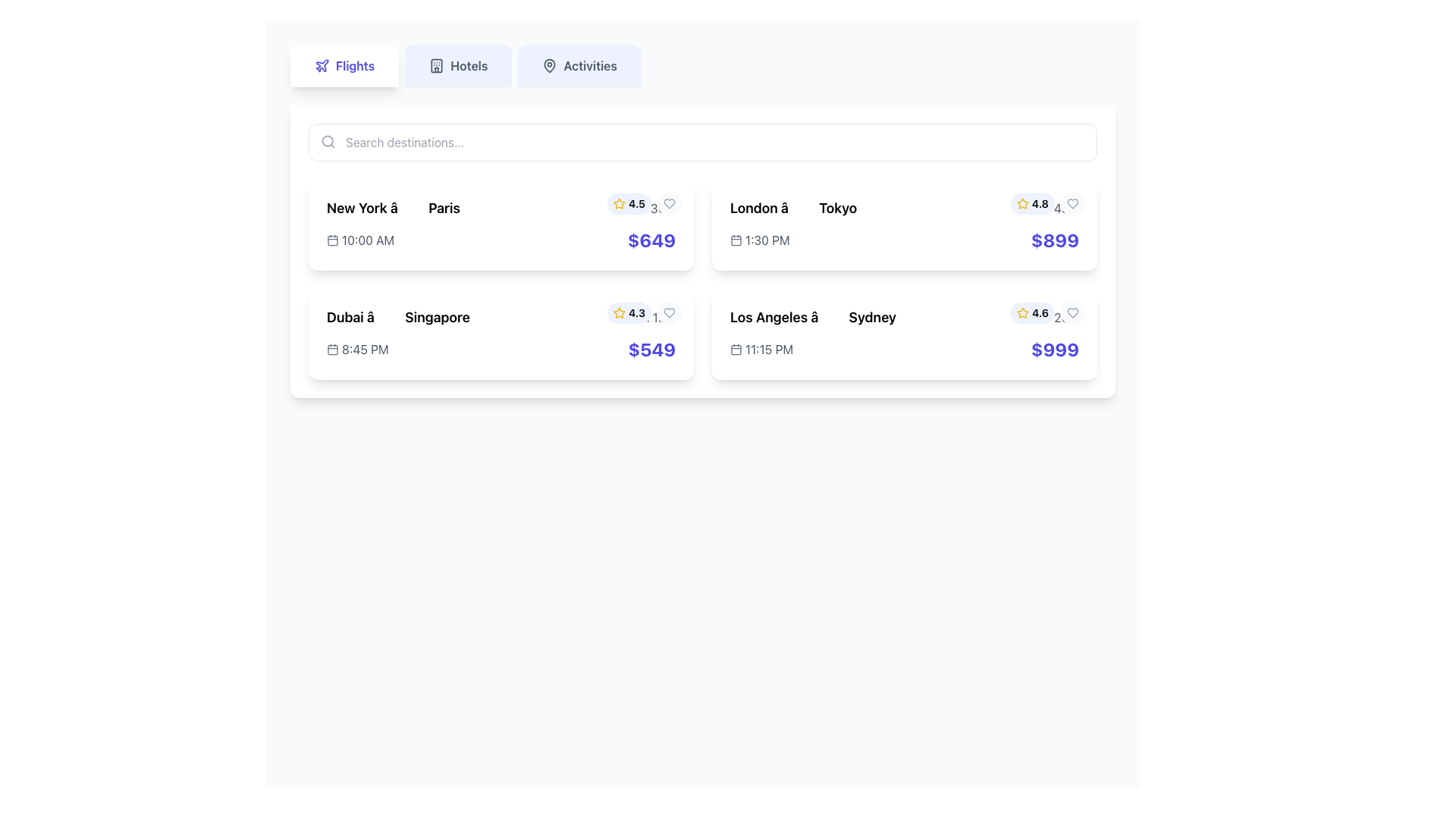  Describe the element at coordinates (1031, 203) in the screenshot. I see `rating displayed on the small circular badge with a light indigo background featuring a yellow star icon and the text '4.8' in bold black font, located in the top-right corner of the flight card from London to Tokyo` at that location.